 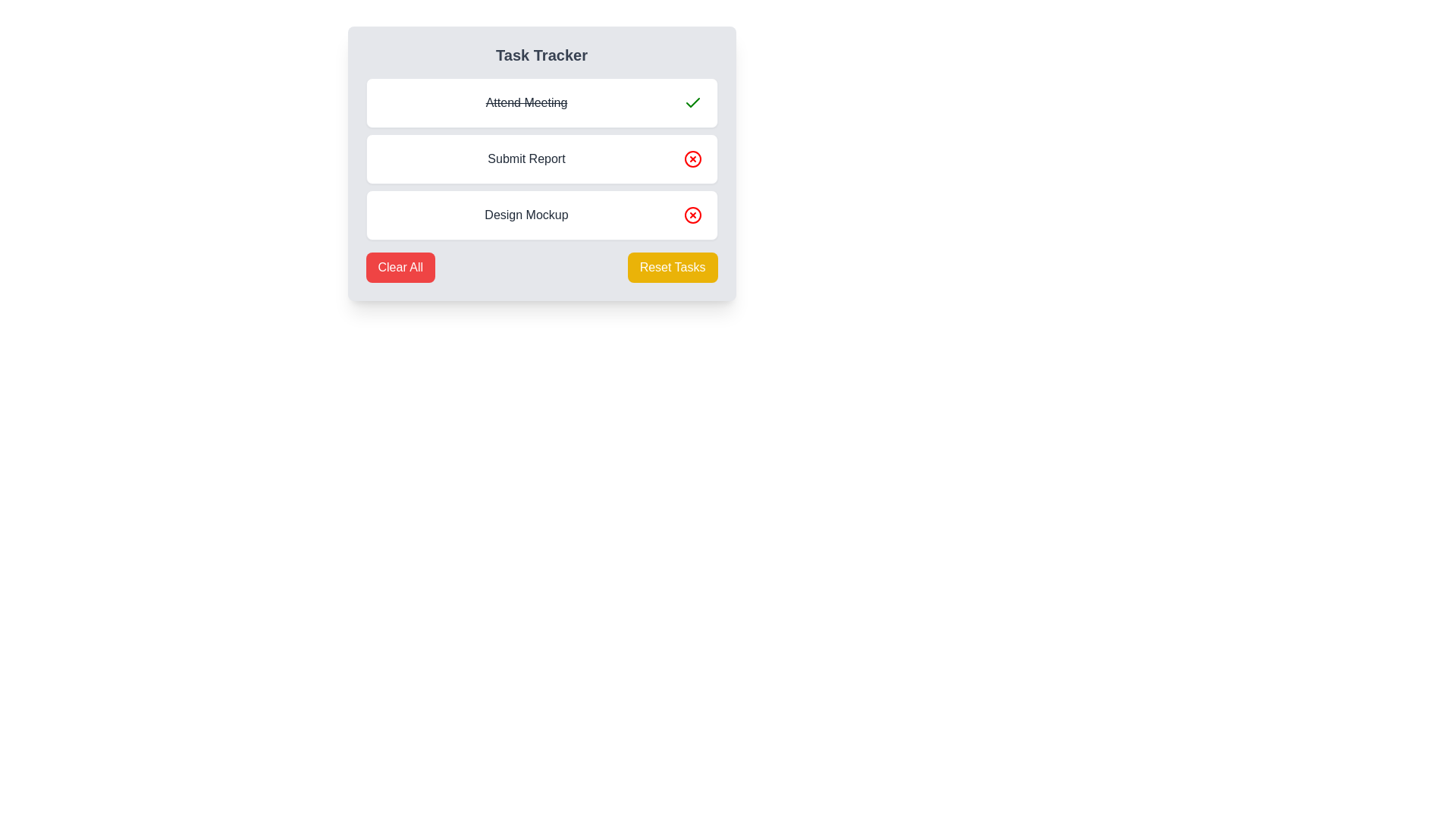 What do you see at coordinates (692, 158) in the screenshot?
I see `the delete button located to the right of the 'Submit Report' text in the second item of the vertically-stacked list` at bounding box center [692, 158].